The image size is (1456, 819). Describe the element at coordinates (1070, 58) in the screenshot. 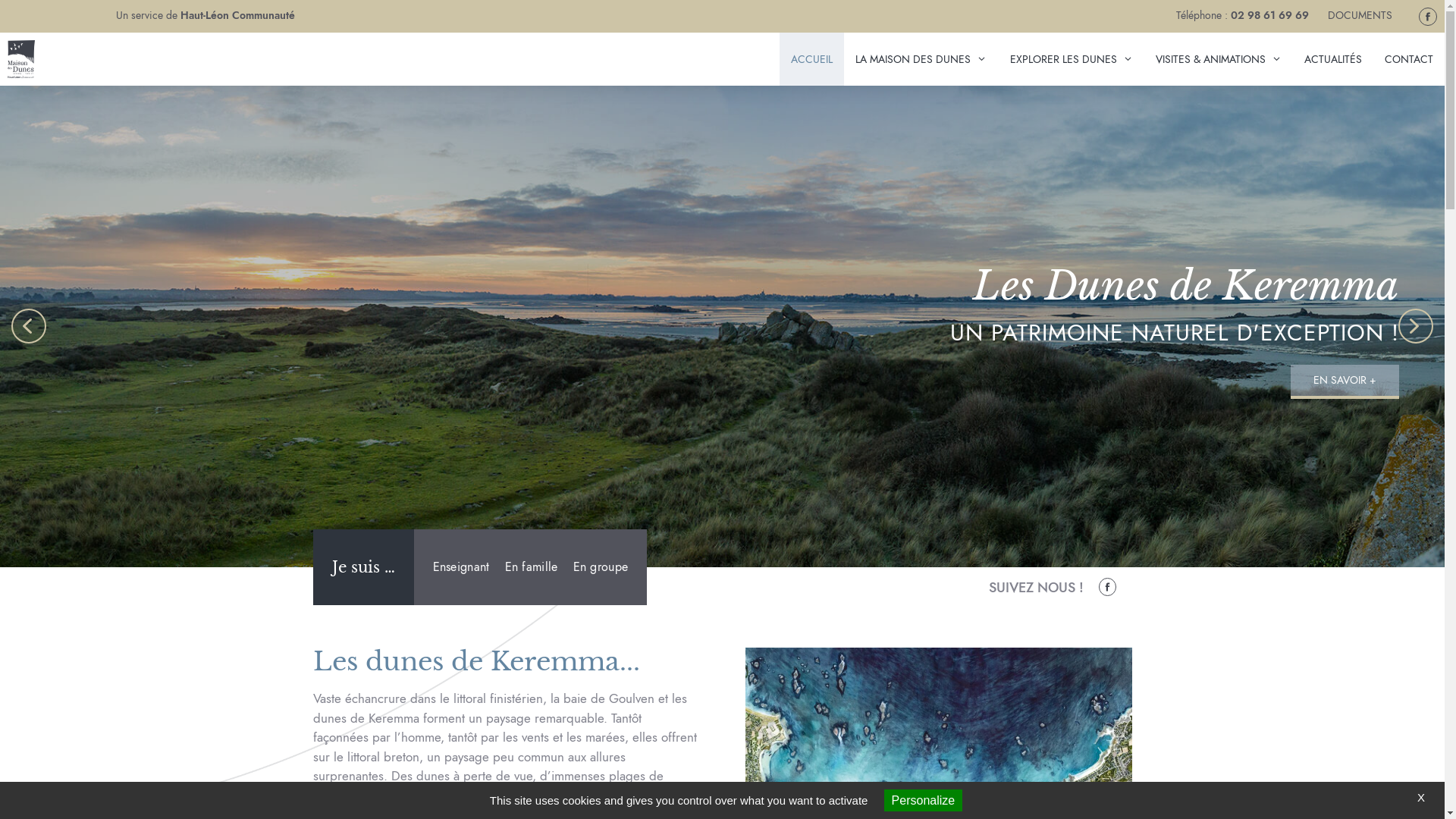

I see `'EXPLORER LES DUNES'` at that location.